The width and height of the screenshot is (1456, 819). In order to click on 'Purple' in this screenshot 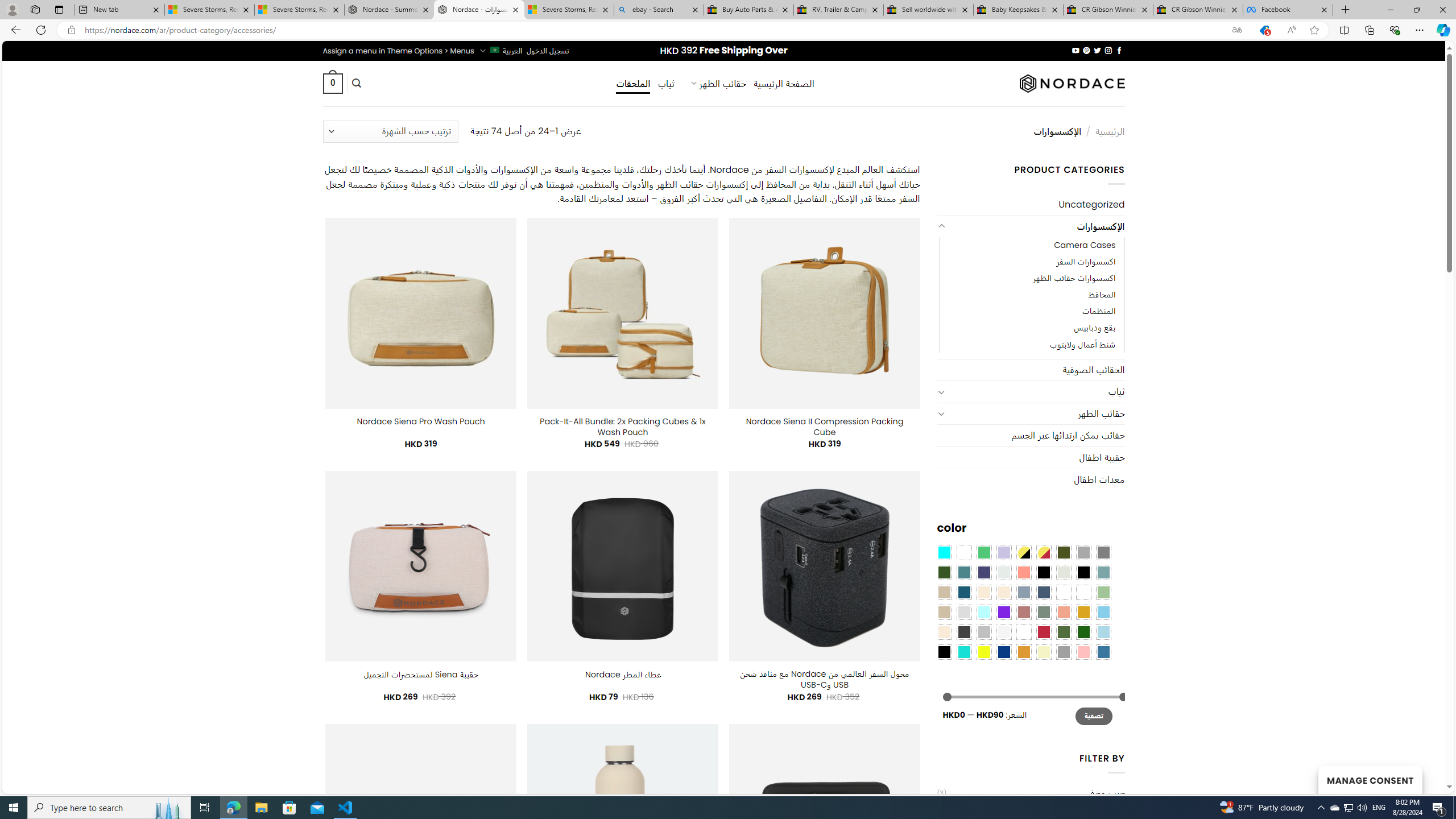, I will do `click(1004, 611)`.